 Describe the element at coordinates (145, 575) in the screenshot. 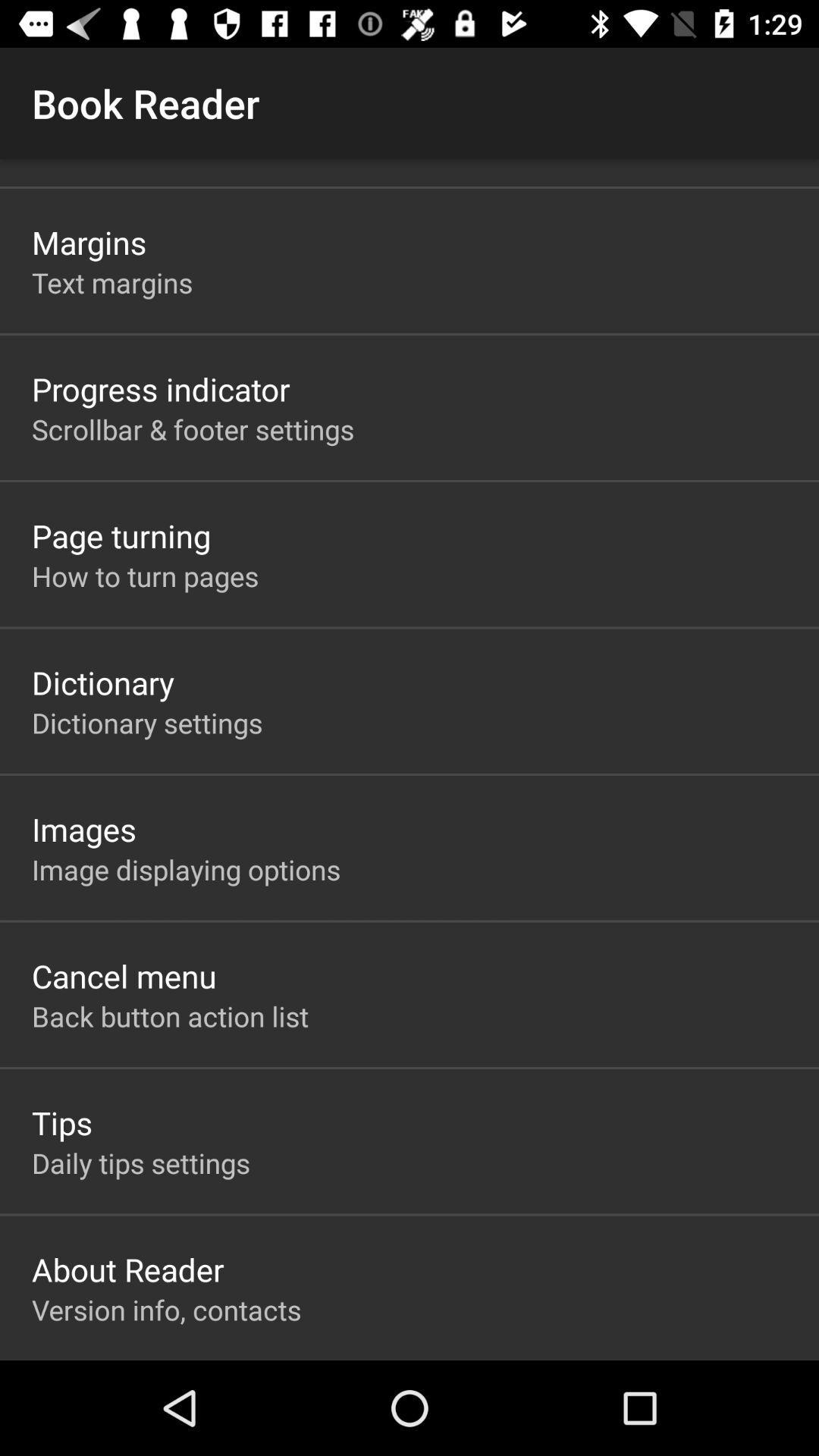

I see `the app below page turning item` at that location.